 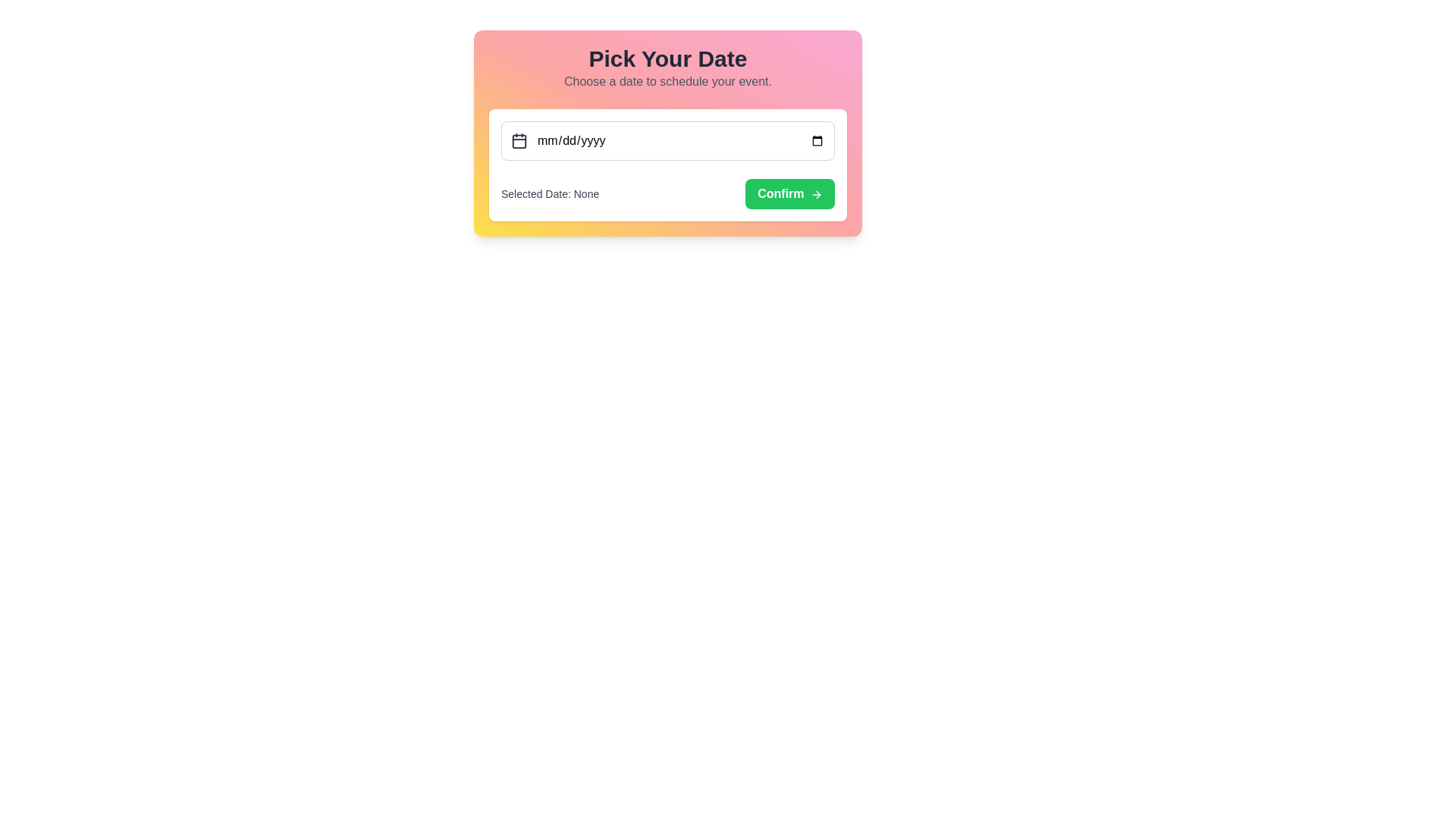 What do you see at coordinates (519, 141) in the screenshot?
I see `the main body of the calendar icon, which is the largest rectangular shape within the calendar icon located to the left of the date input field labeled 'mm/dd/yyyy'` at bounding box center [519, 141].